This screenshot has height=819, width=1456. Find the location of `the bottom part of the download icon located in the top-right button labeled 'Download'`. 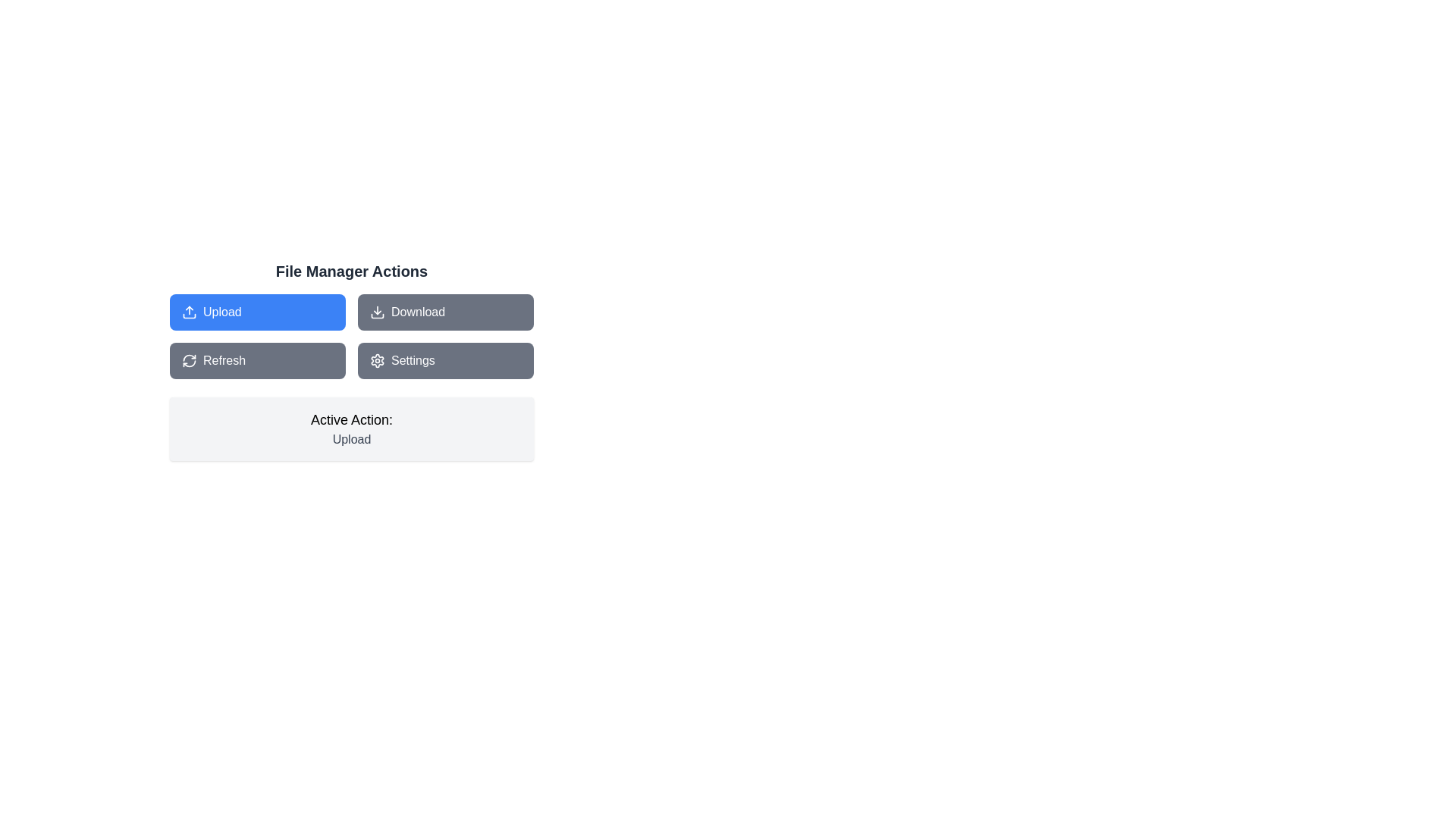

the bottom part of the download icon located in the top-right button labeled 'Download' is located at coordinates (378, 315).